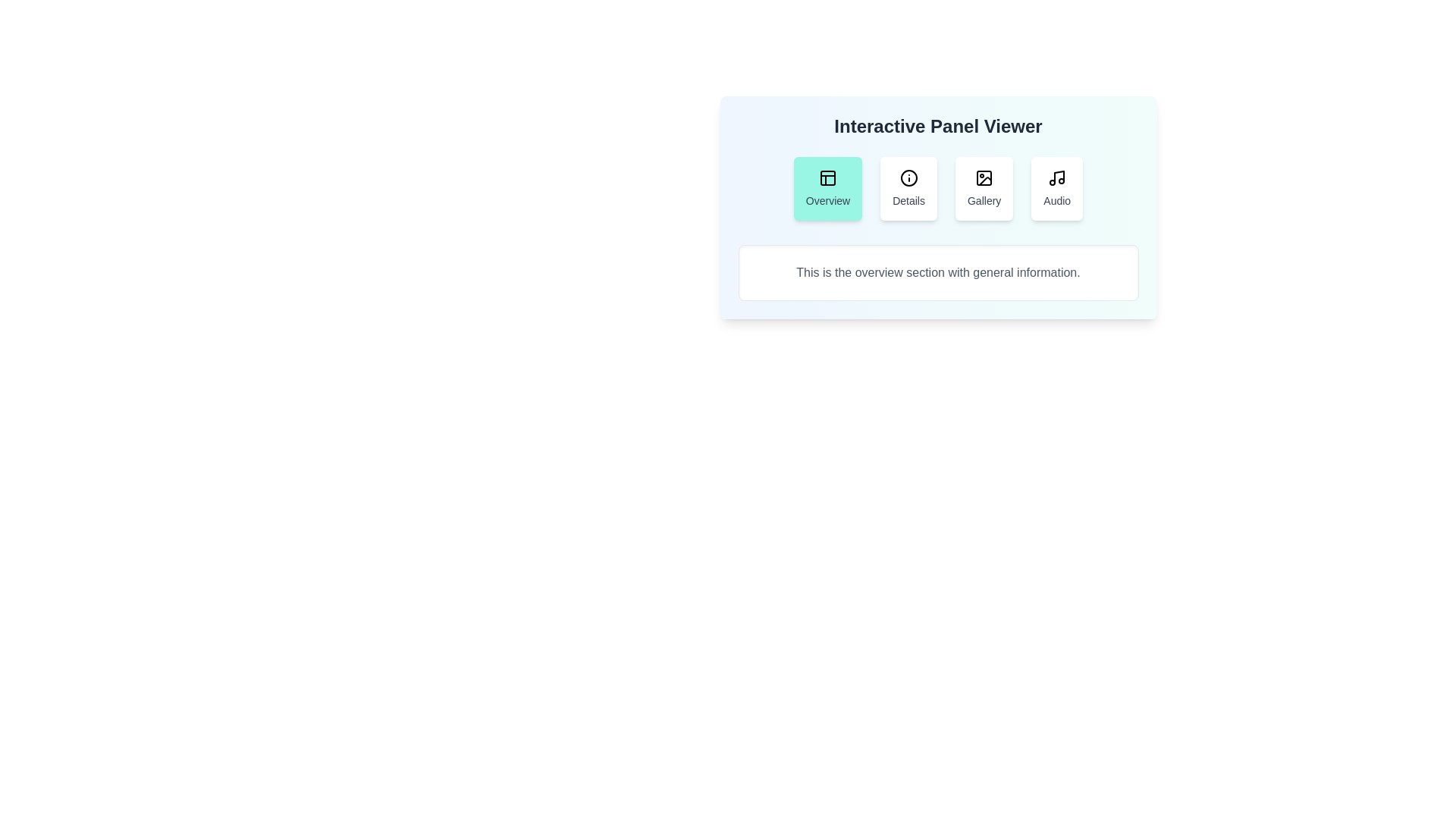 The image size is (1456, 819). What do you see at coordinates (937, 271) in the screenshot?
I see `the text element that provides an overview of the current active section, which is centrally positioned within a white bordered rectangular box located below the tabs labeled Overview, Details, Gallery, and Audio` at bounding box center [937, 271].